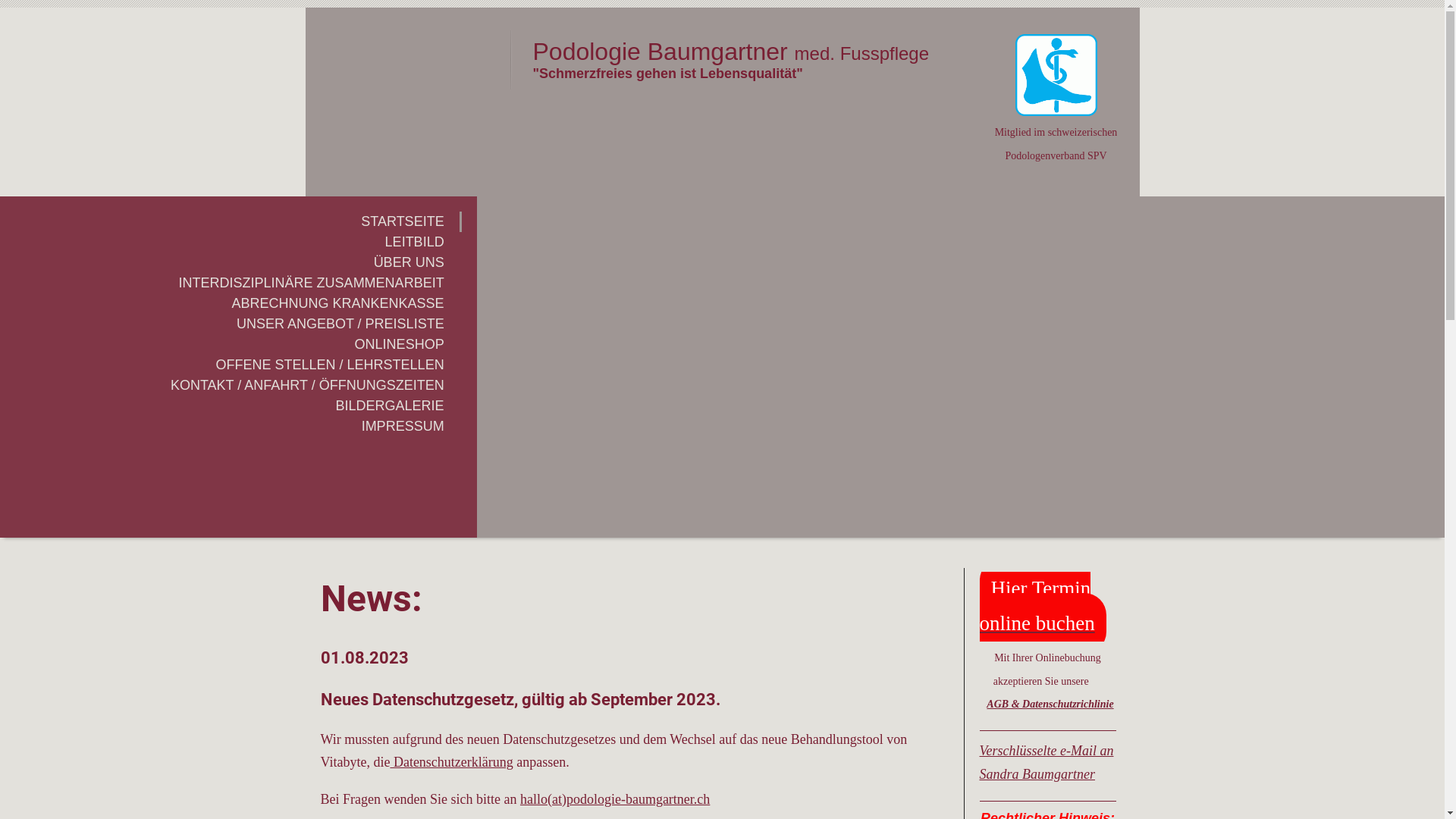 This screenshot has width=1456, height=819. I want to click on 'LEITBILD', so click(230, 241).